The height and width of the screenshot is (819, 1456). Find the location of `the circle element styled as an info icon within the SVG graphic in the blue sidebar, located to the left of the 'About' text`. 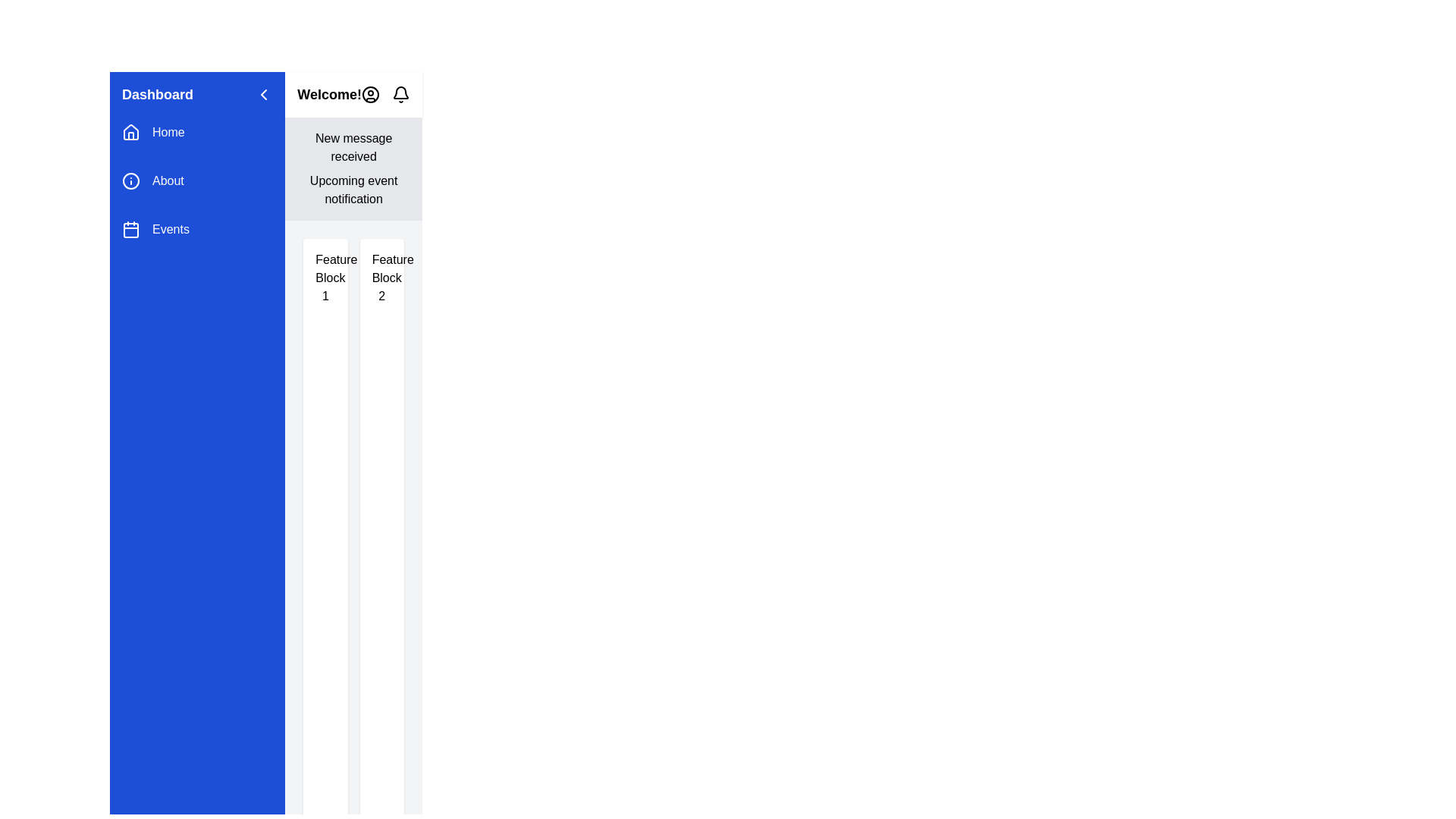

the circle element styled as an info icon within the SVG graphic in the blue sidebar, located to the left of the 'About' text is located at coordinates (130, 180).